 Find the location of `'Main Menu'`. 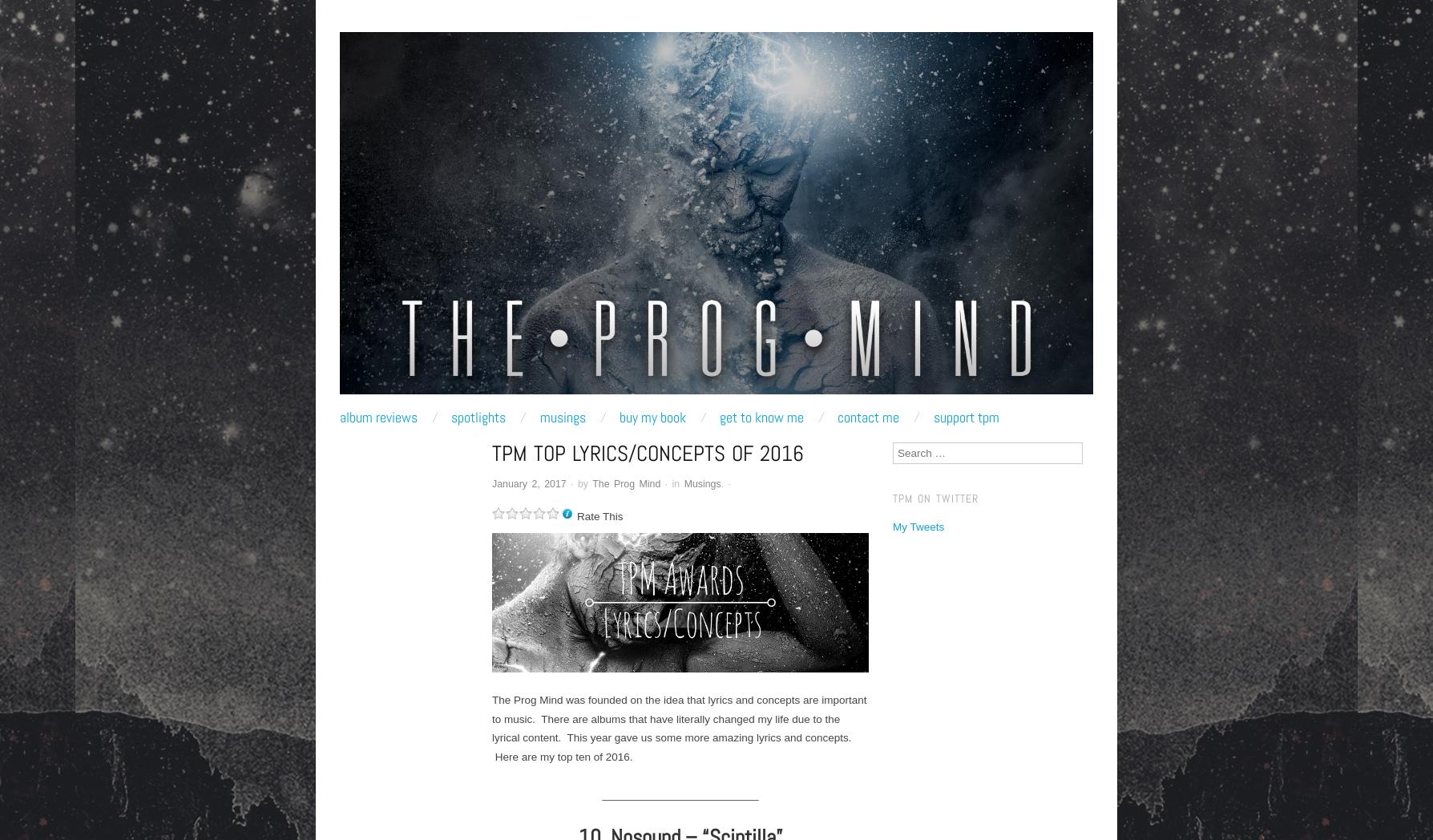

'Main Menu' is located at coordinates (406, 429).